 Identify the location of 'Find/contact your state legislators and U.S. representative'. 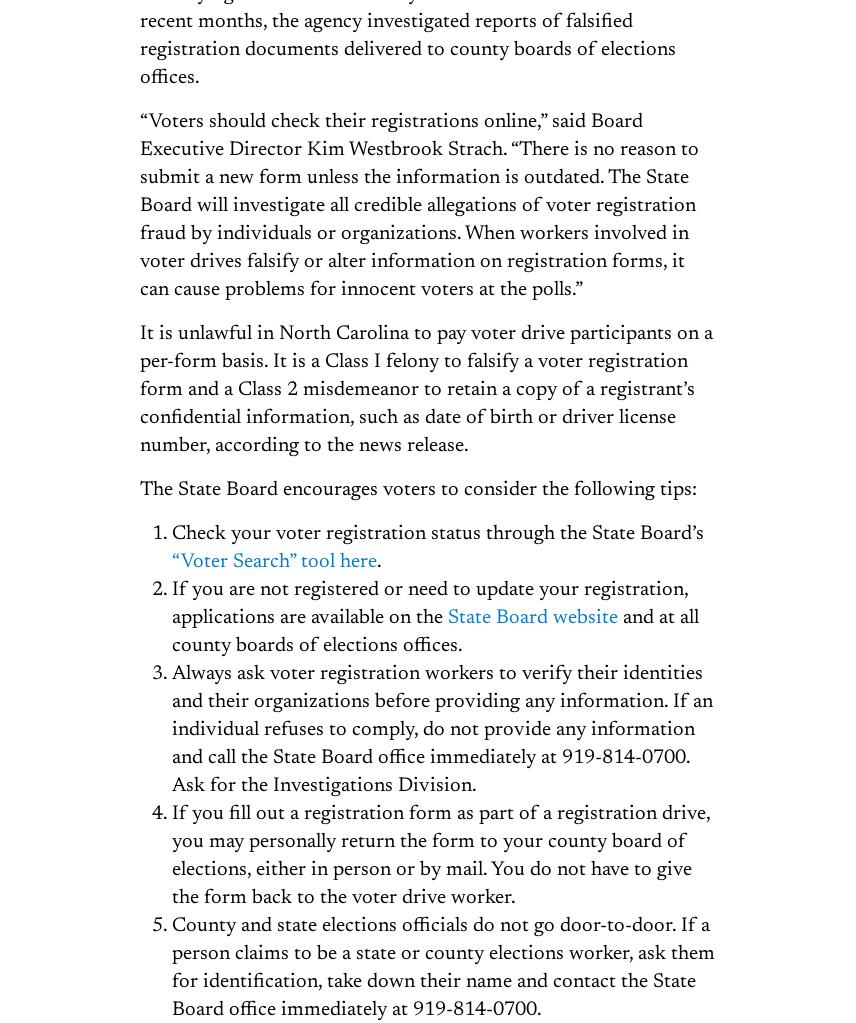
(333, 609).